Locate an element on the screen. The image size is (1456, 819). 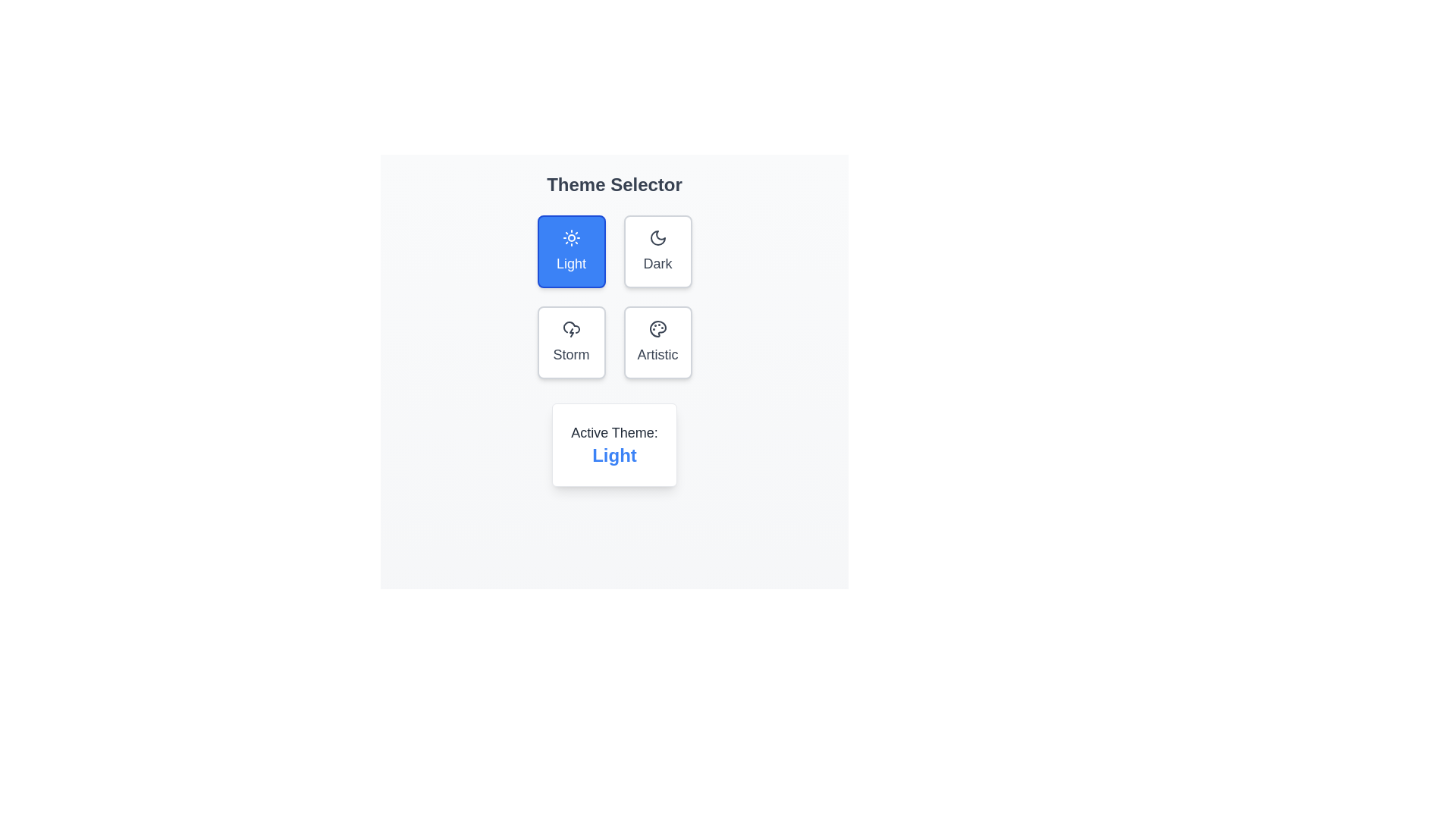
the button corresponding to the theme Dark is located at coordinates (657, 250).